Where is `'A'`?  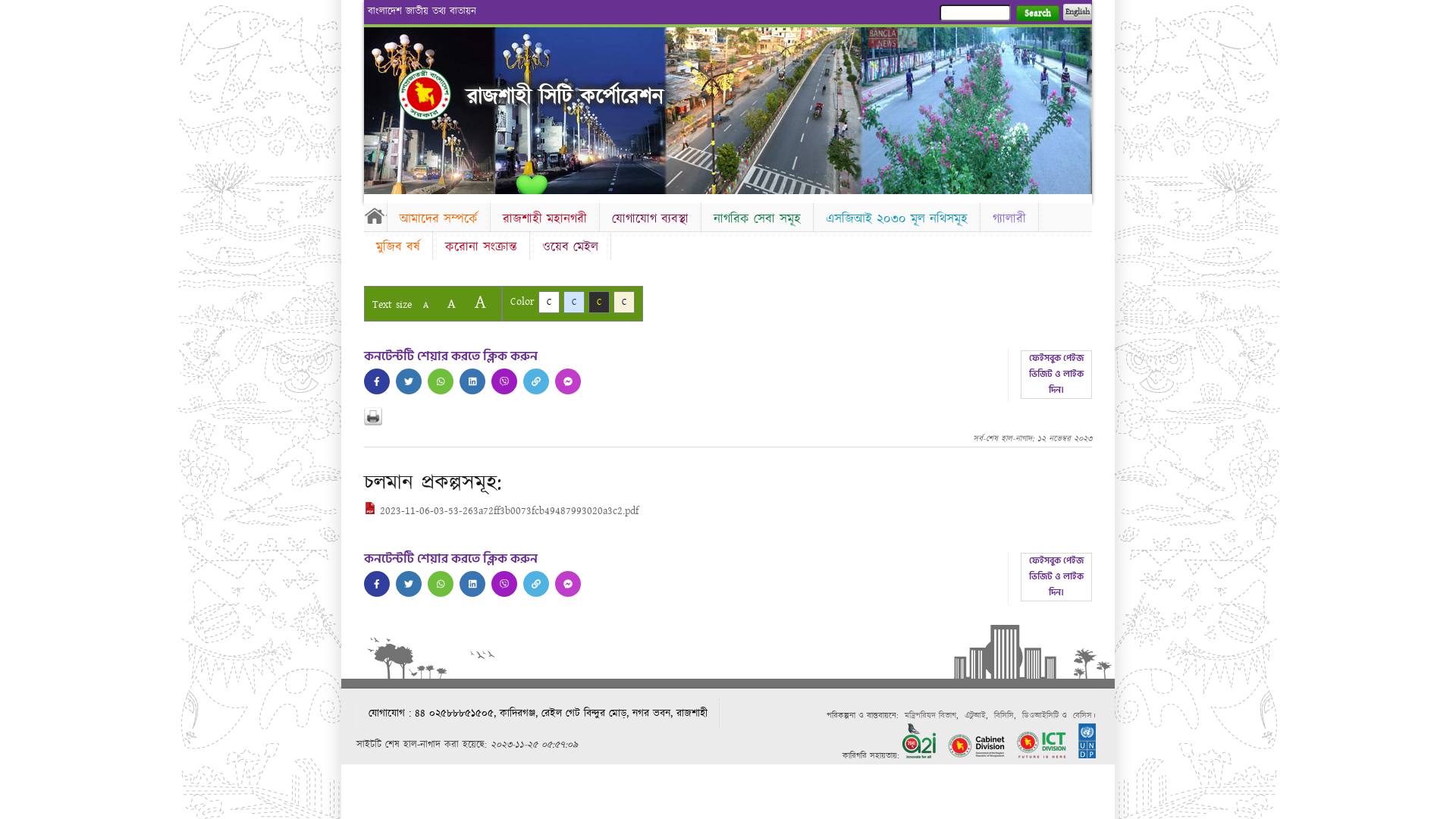
'A' is located at coordinates (450, 303).